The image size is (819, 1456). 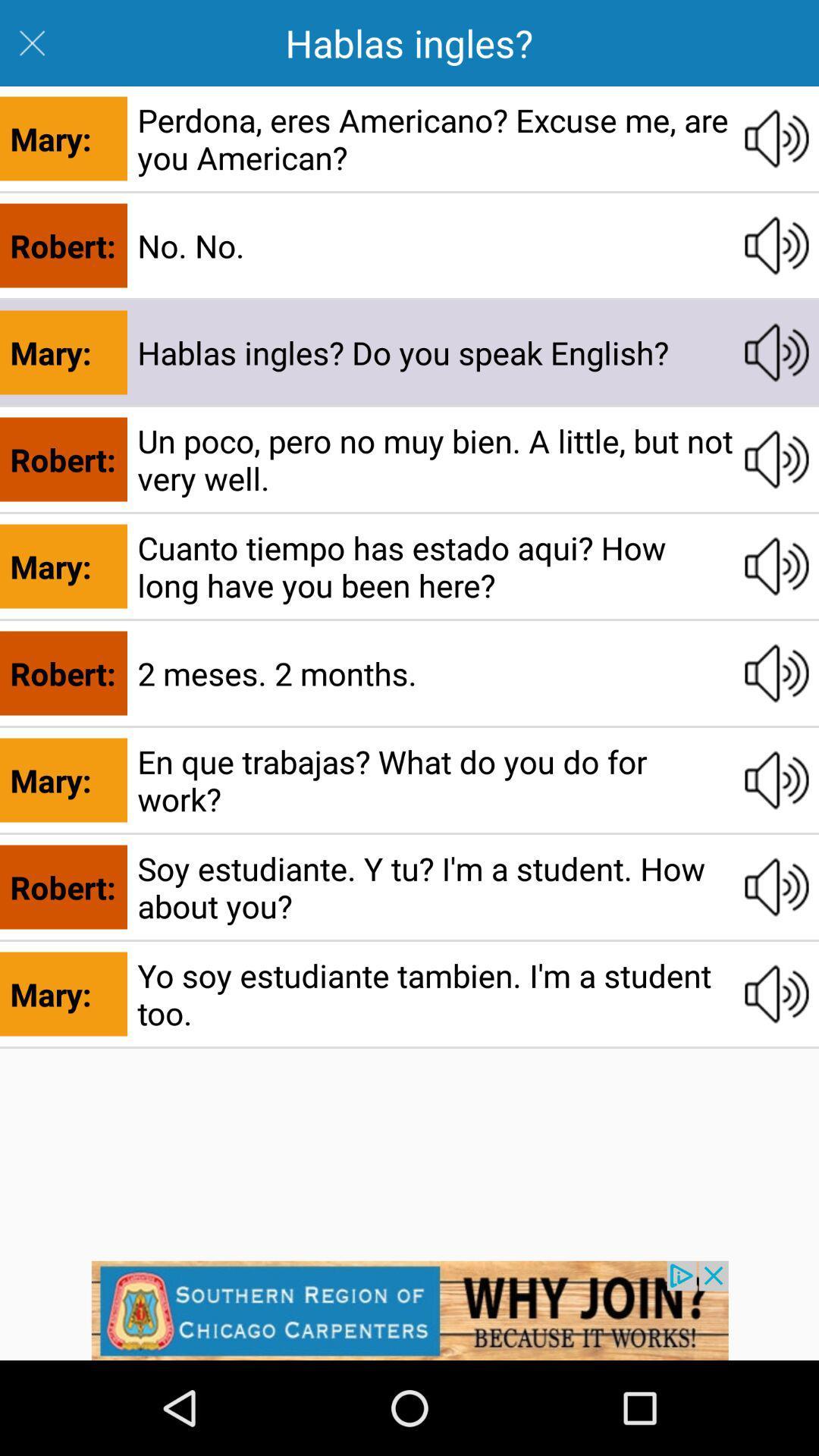 What do you see at coordinates (777, 887) in the screenshot?
I see `volume option` at bounding box center [777, 887].